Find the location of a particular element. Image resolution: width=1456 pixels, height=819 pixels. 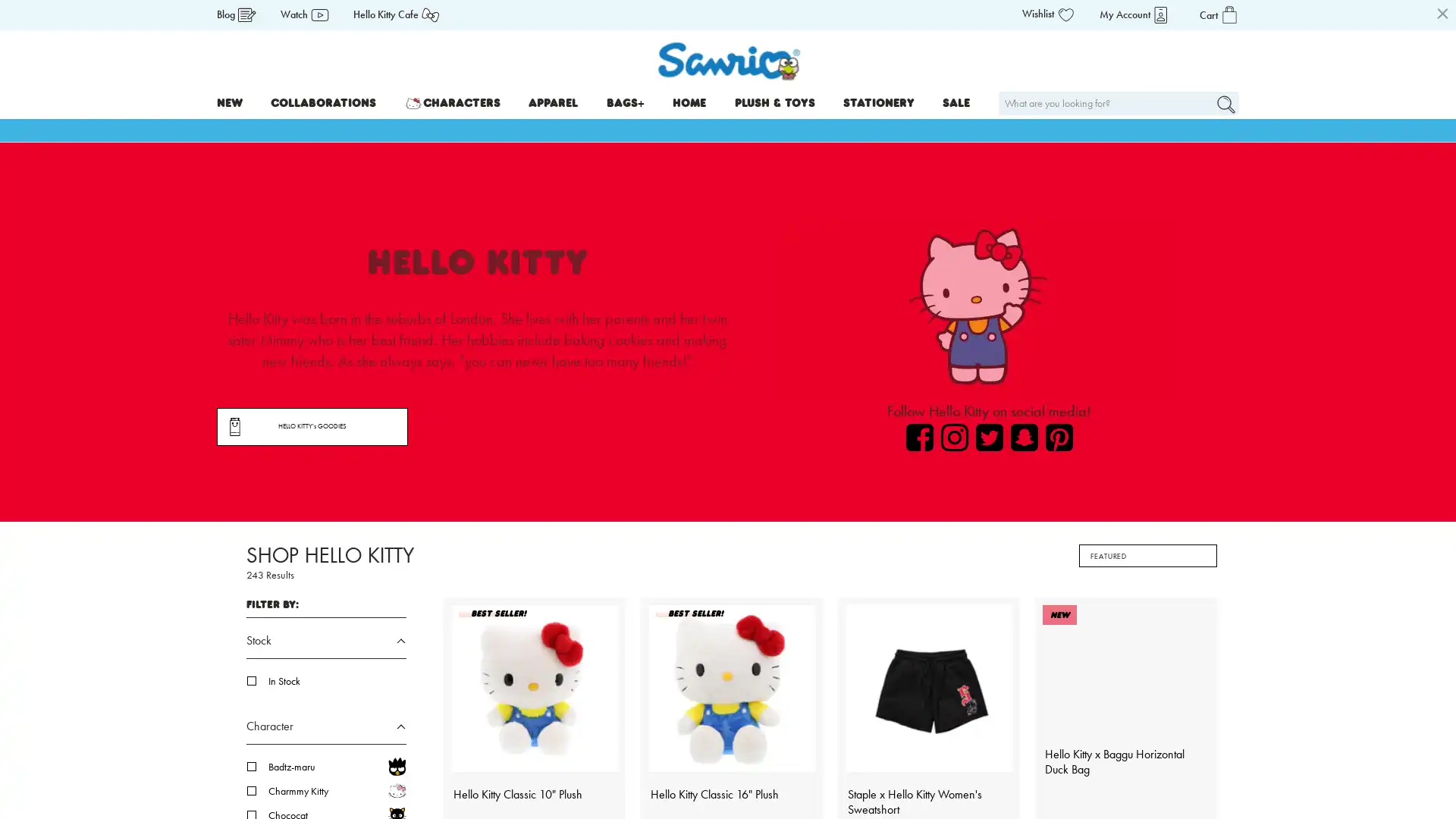

Badtz-maru is located at coordinates (337, 766).